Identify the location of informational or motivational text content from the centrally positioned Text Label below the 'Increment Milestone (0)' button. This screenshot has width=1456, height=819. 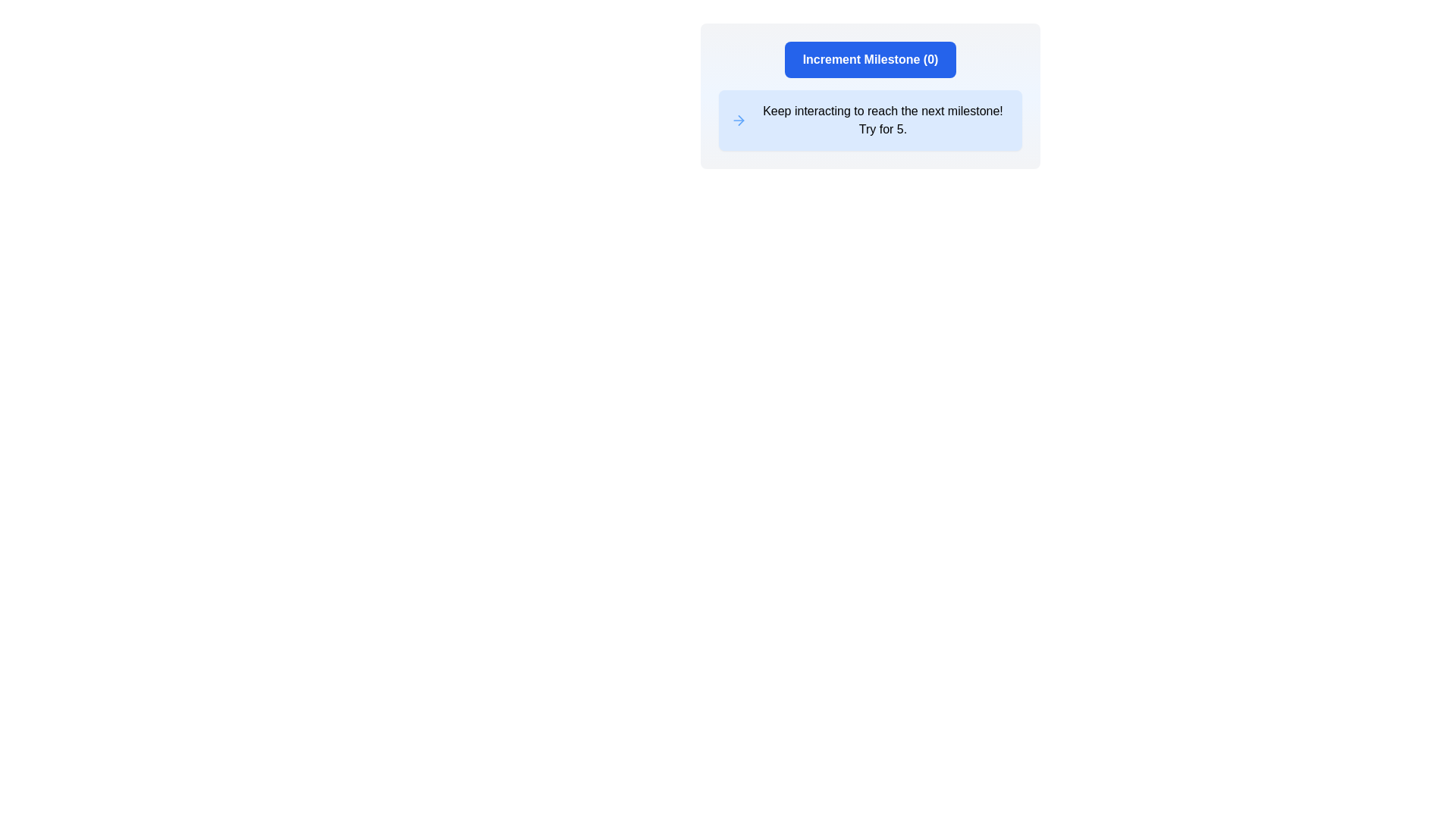
(883, 119).